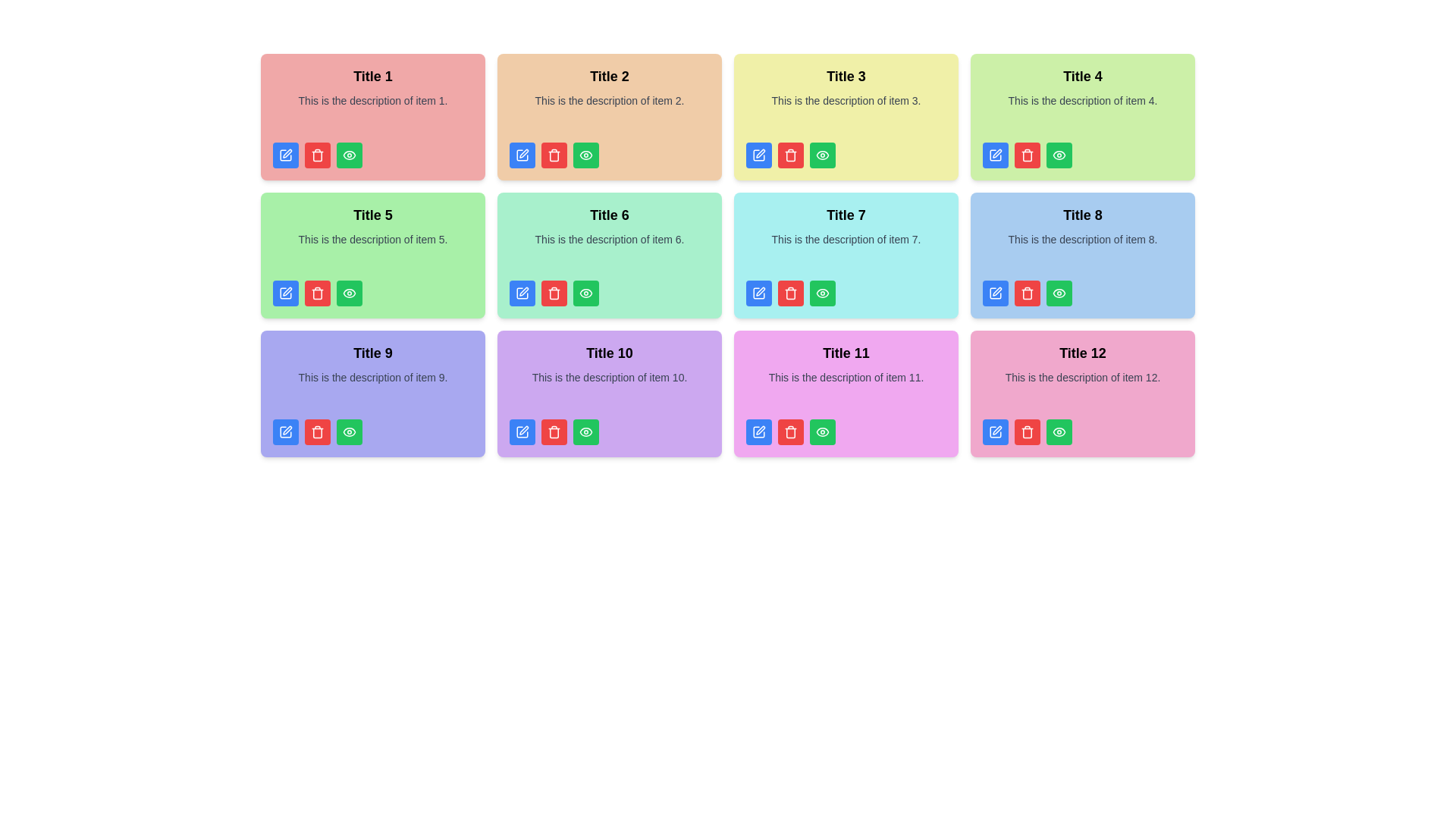 This screenshot has width=1456, height=819. Describe the element at coordinates (553, 431) in the screenshot. I see `the delete button located in the second cell of a three-cell group below the item titled 'Title 10', which is the middle button among three action buttons at the bottom of the item card` at that location.